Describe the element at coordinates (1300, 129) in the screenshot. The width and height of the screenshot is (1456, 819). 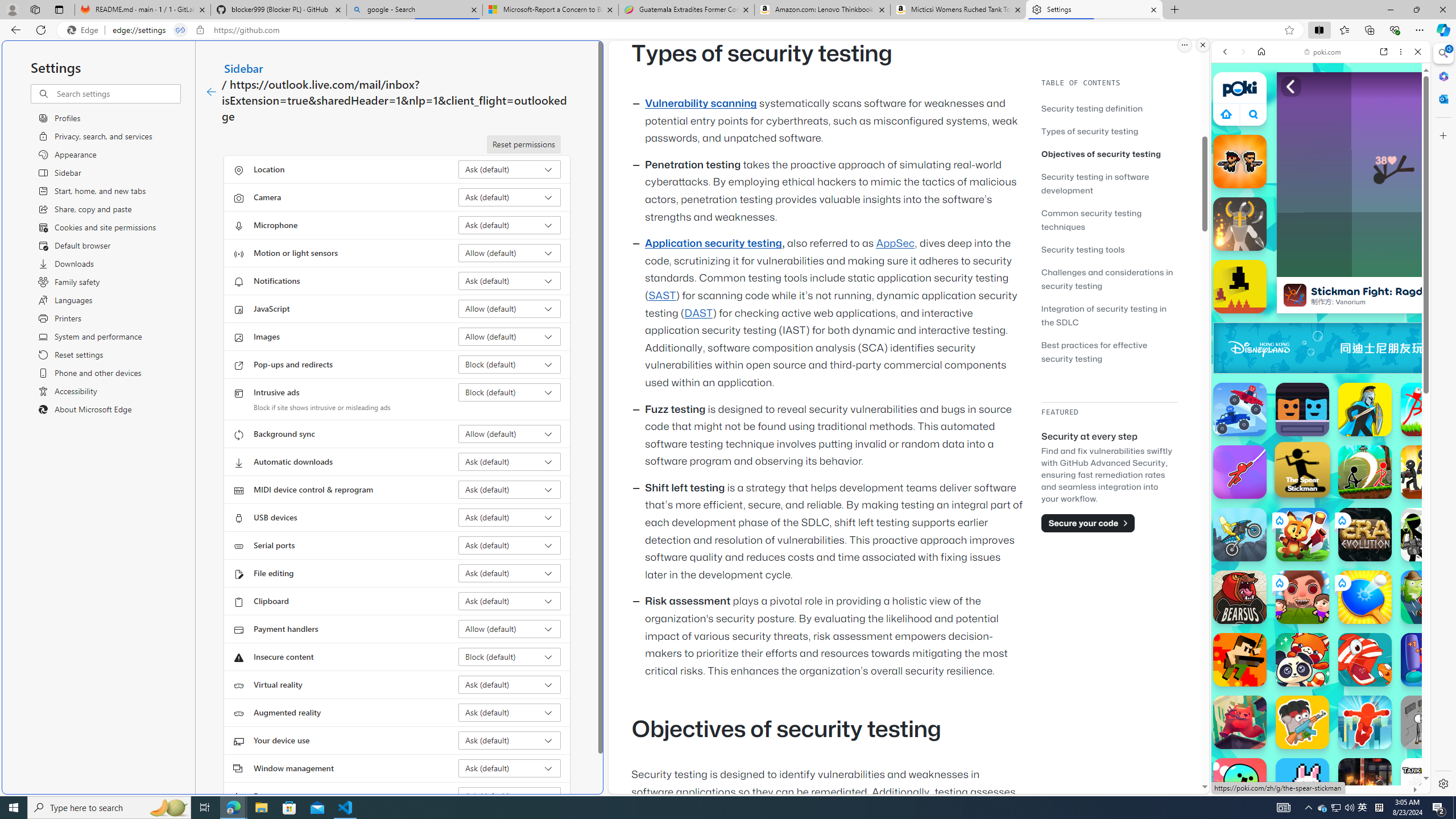
I see `'Search Filter, VIDEOS'` at that location.